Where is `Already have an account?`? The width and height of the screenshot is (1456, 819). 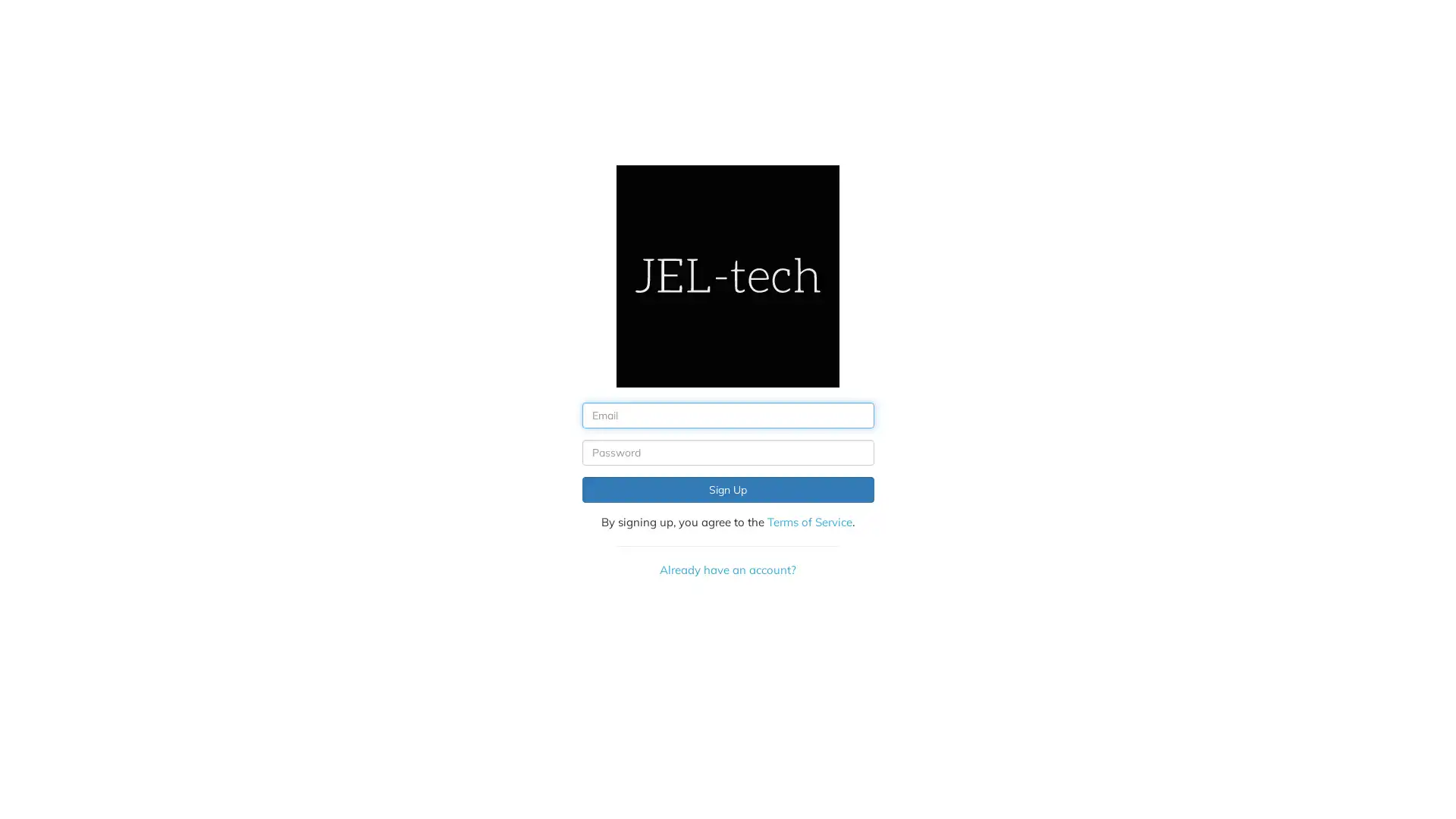
Already have an account? is located at coordinates (726, 569).